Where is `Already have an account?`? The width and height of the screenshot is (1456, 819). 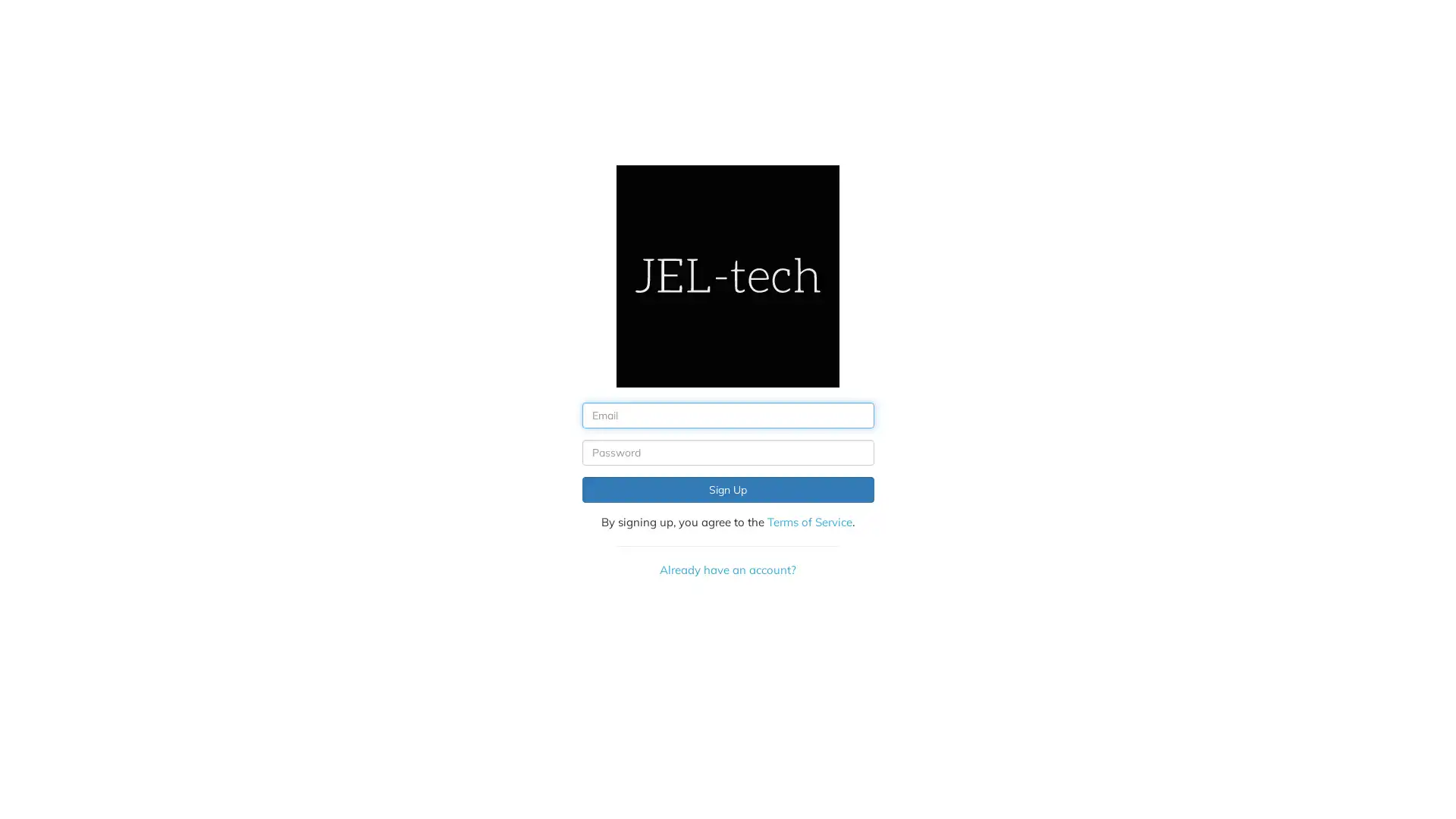
Already have an account? is located at coordinates (726, 569).